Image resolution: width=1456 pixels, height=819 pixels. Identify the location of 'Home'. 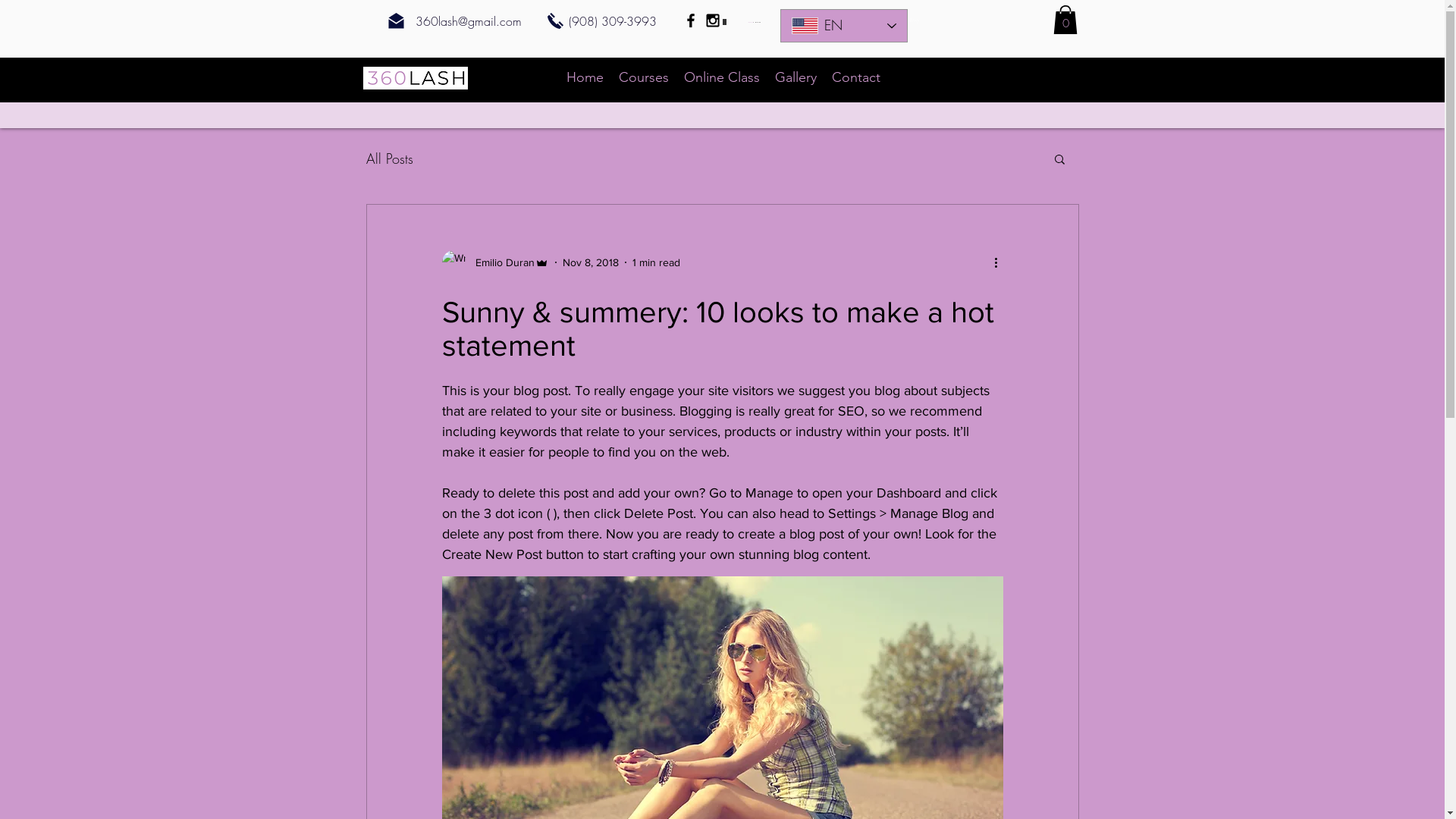
(583, 77).